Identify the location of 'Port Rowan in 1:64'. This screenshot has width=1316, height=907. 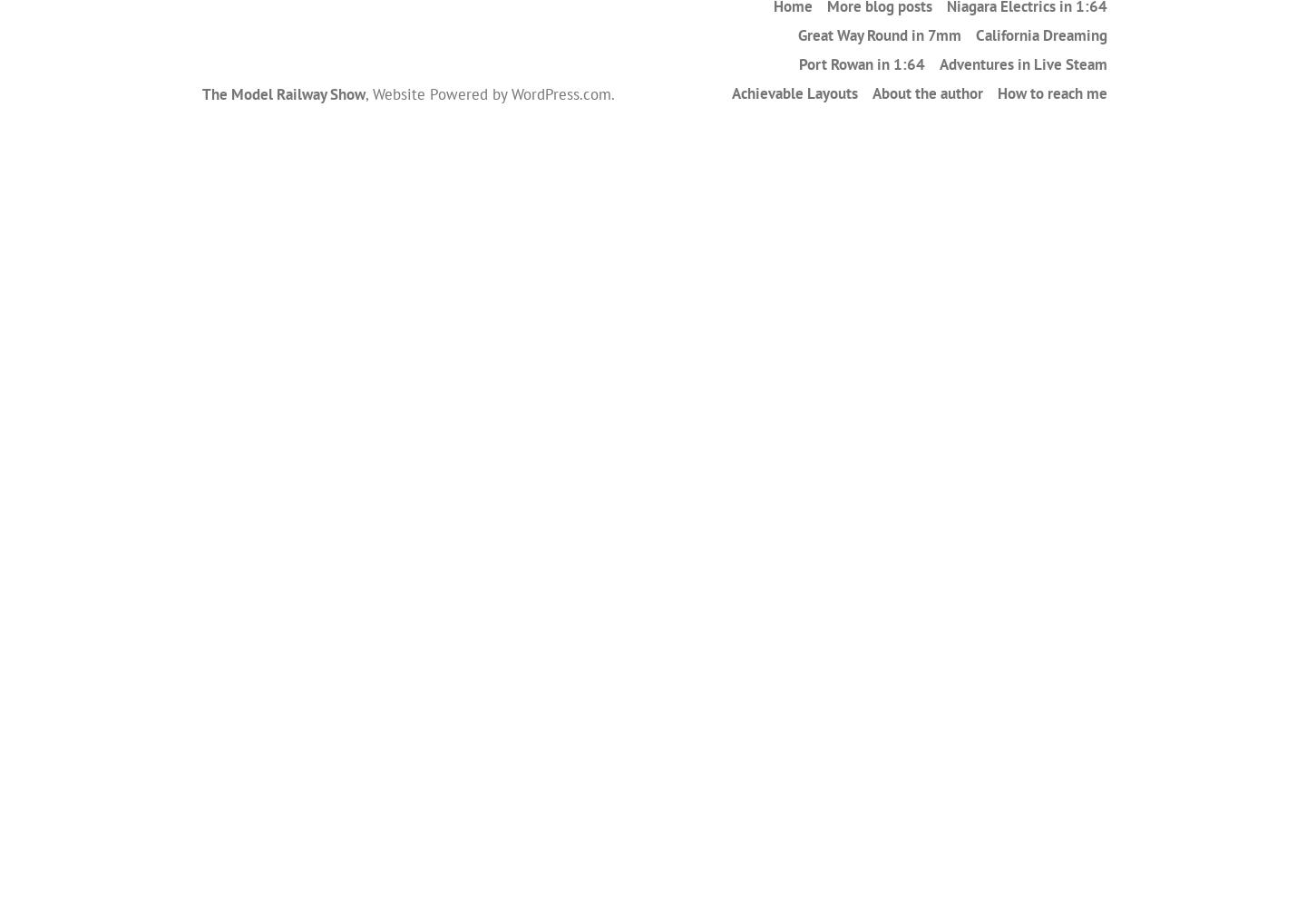
(798, 63).